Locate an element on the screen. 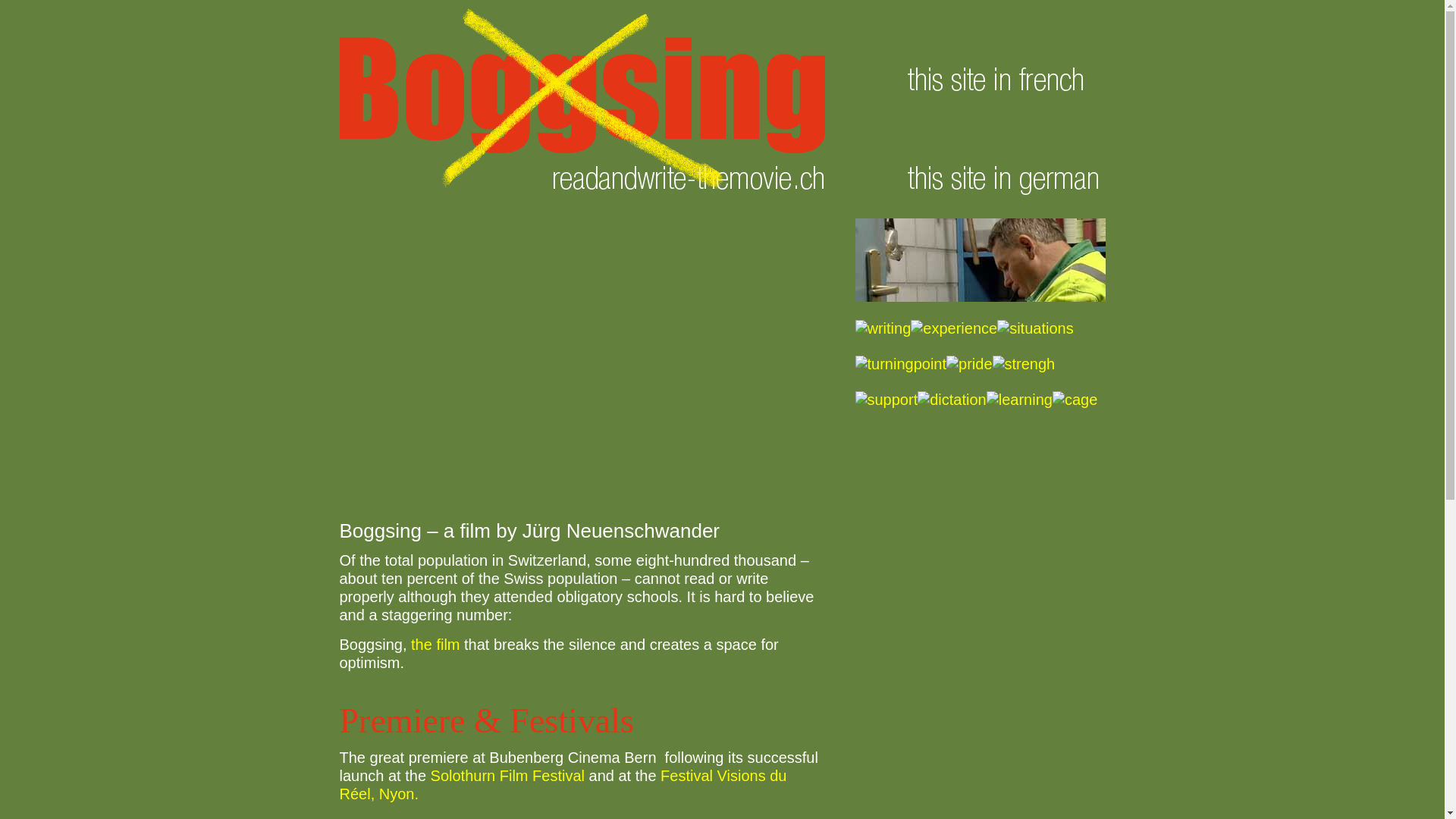  'the film' is located at coordinates (435, 644).